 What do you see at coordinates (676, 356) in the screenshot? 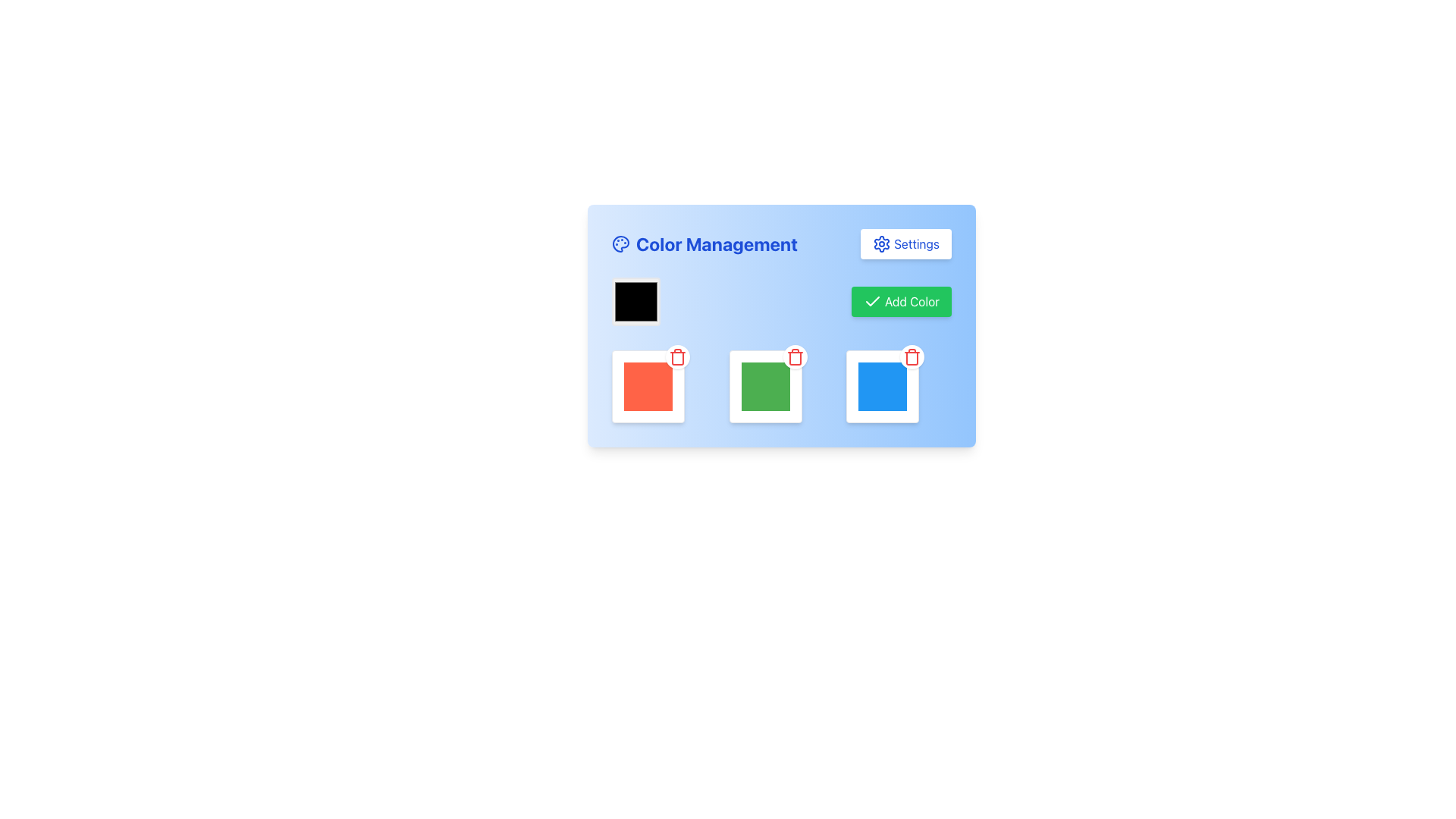
I see `the delete icon button located in the upper-right corner of the red color block` at bounding box center [676, 356].